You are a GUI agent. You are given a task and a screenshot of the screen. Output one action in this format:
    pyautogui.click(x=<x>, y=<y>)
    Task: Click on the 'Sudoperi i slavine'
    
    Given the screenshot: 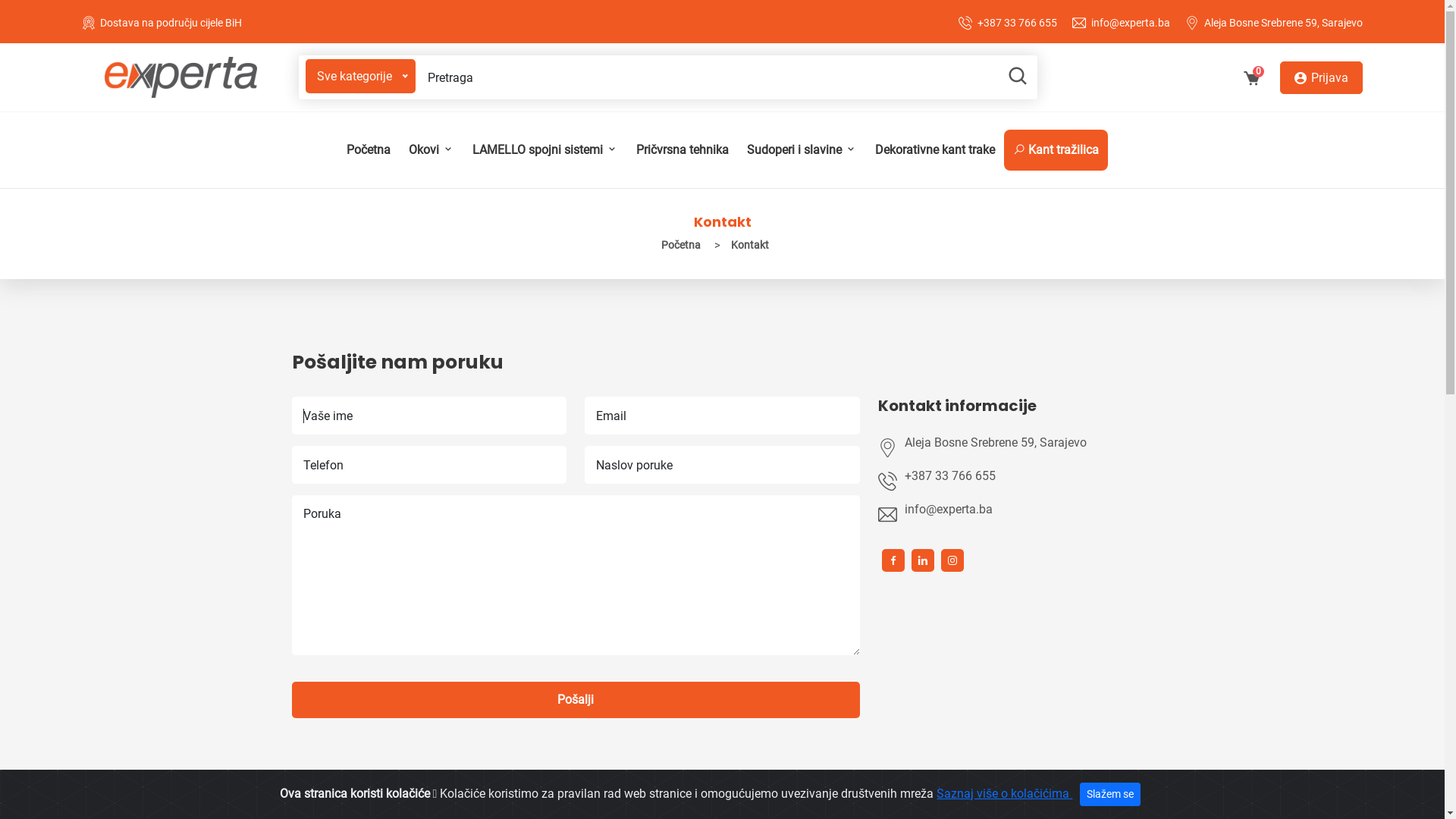 What is the action you would take?
    pyautogui.click(x=800, y=149)
    